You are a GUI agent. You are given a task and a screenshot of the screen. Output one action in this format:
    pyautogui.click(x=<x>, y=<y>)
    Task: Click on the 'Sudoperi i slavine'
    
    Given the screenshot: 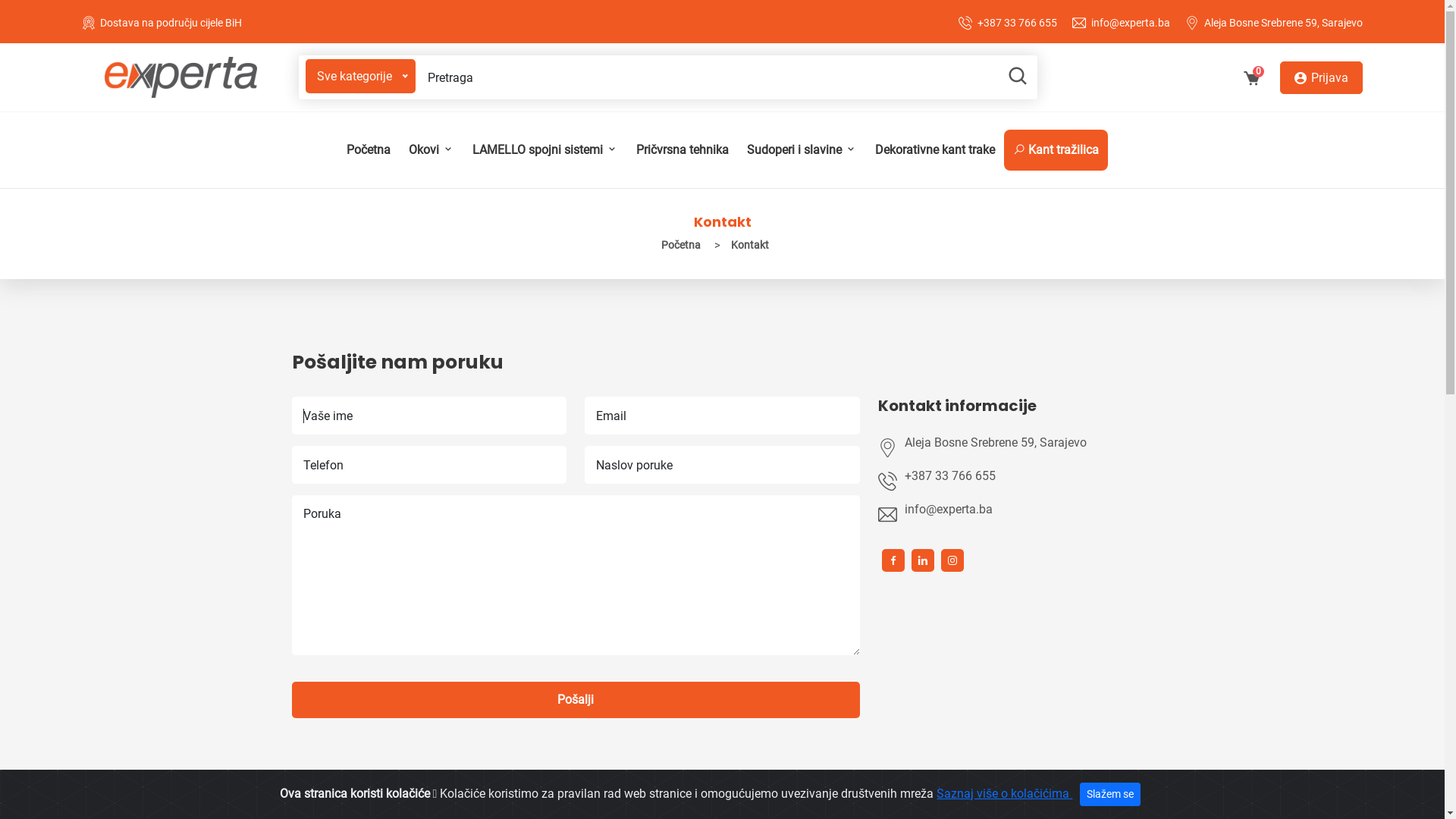 What is the action you would take?
    pyautogui.click(x=800, y=149)
    